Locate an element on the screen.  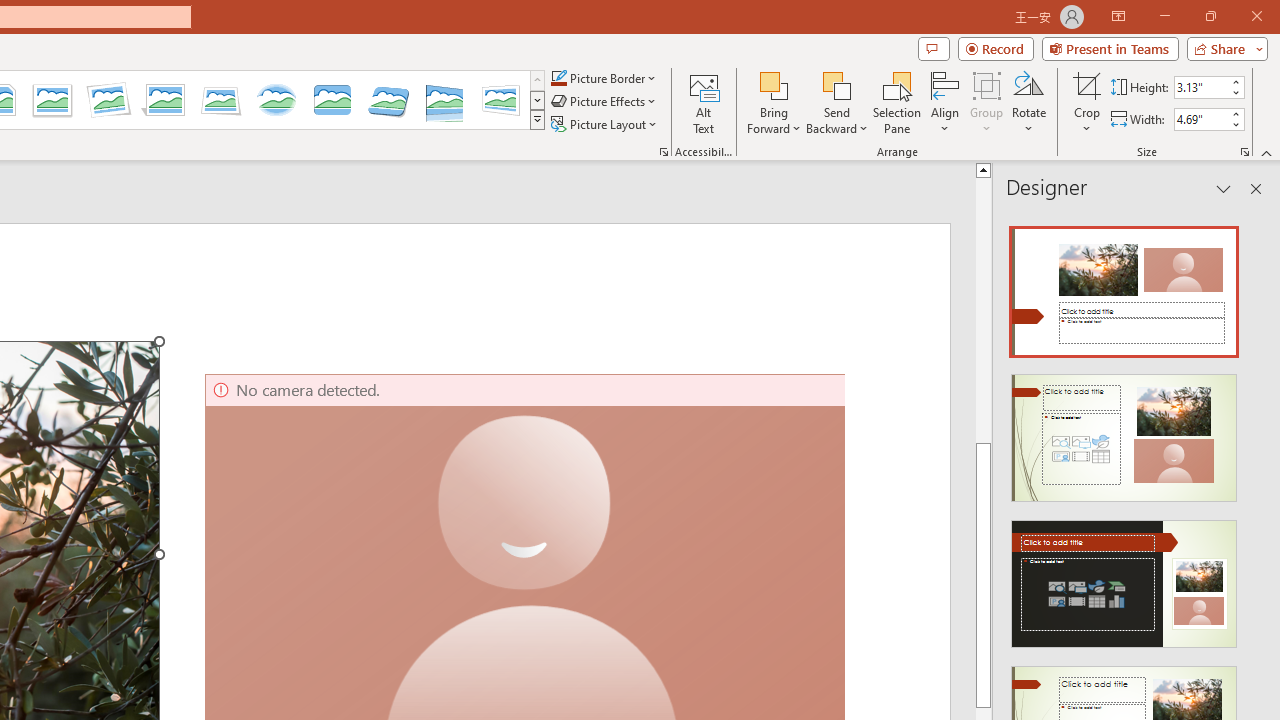
'Send Backward' is located at coordinates (837, 84).